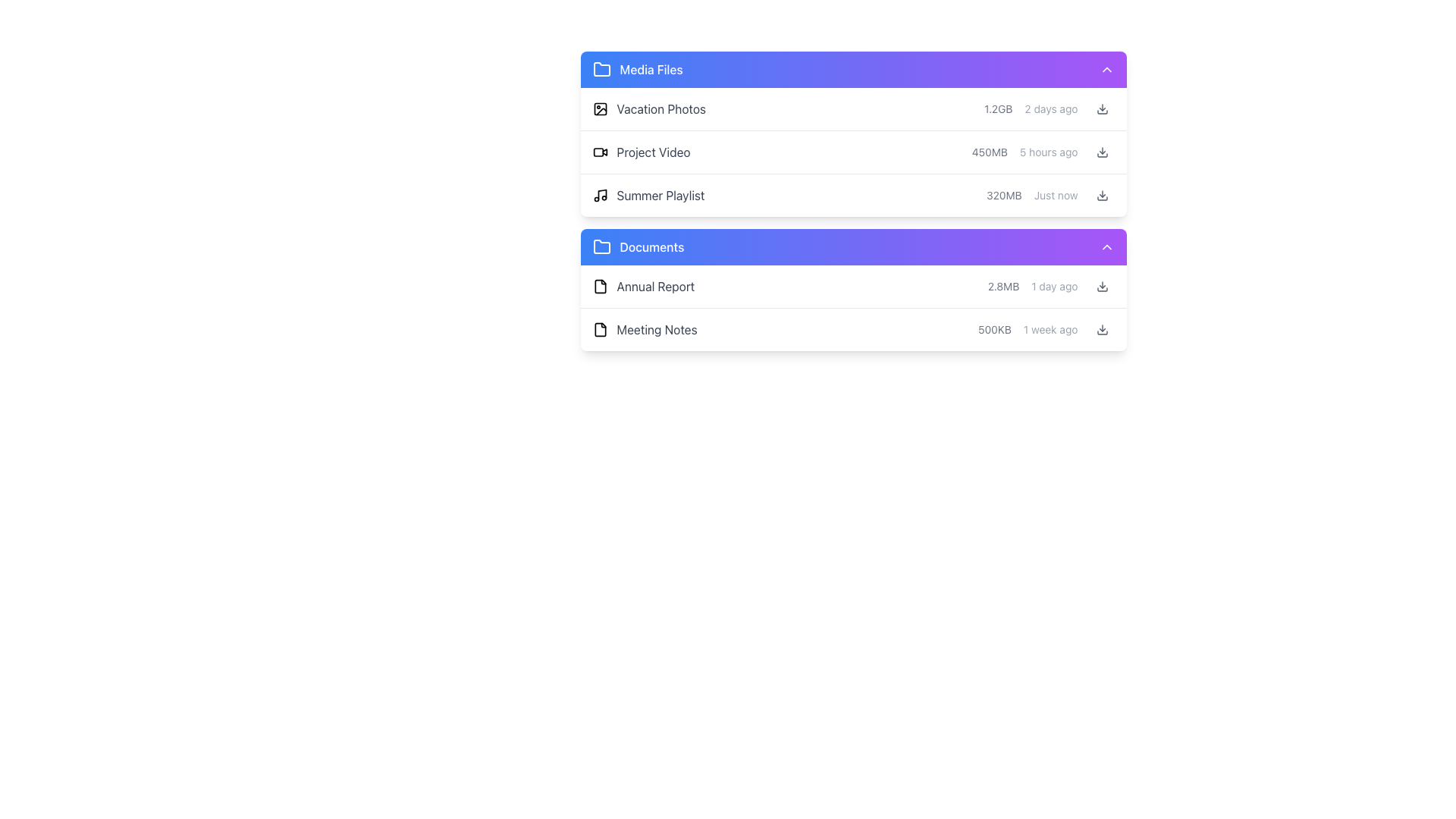  Describe the element at coordinates (654, 152) in the screenshot. I see `the text label displaying 'Project Video', styled in a gray font and positioned to the right of the video file icon, which is the second item in the 'Media Files' section` at that location.